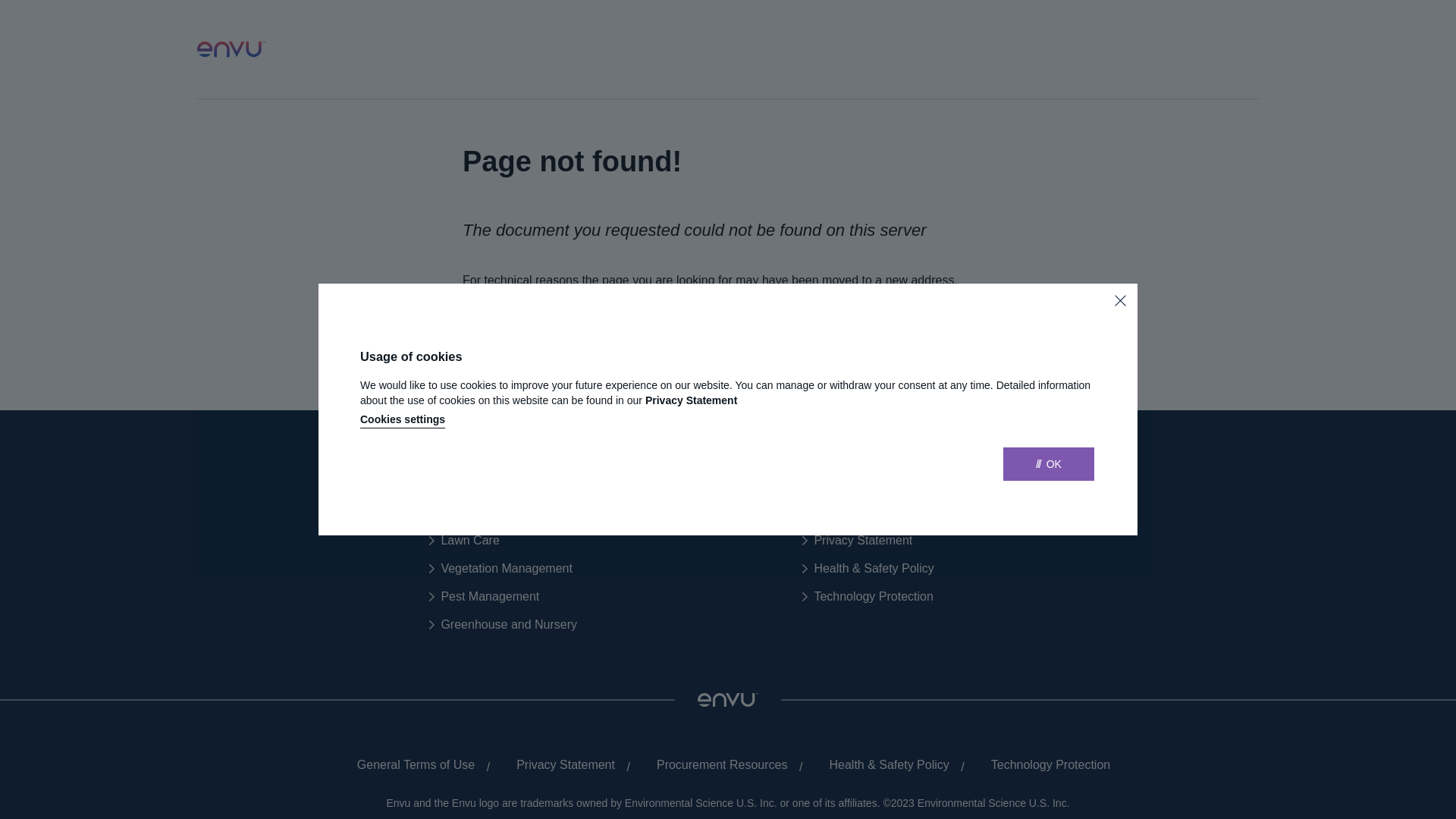  Describe the element at coordinates (428, 595) in the screenshot. I see `'Pest Management'` at that location.